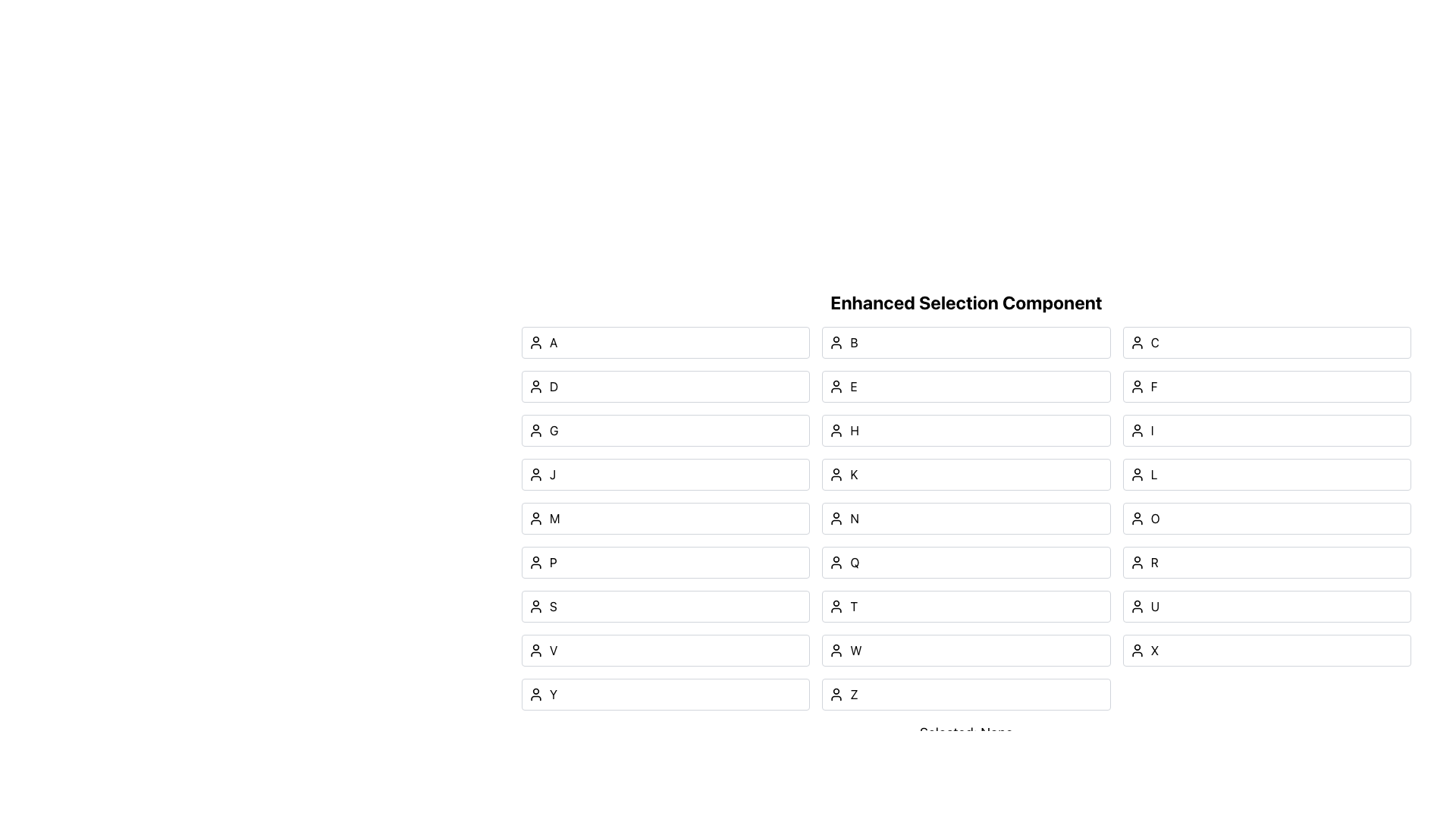 The height and width of the screenshot is (819, 1456). Describe the element at coordinates (1137, 517) in the screenshot. I see `the SVG user icon with a simplistic outline, located in the far-right column of the grid under the 'Enhanced Selection Component' header` at that location.